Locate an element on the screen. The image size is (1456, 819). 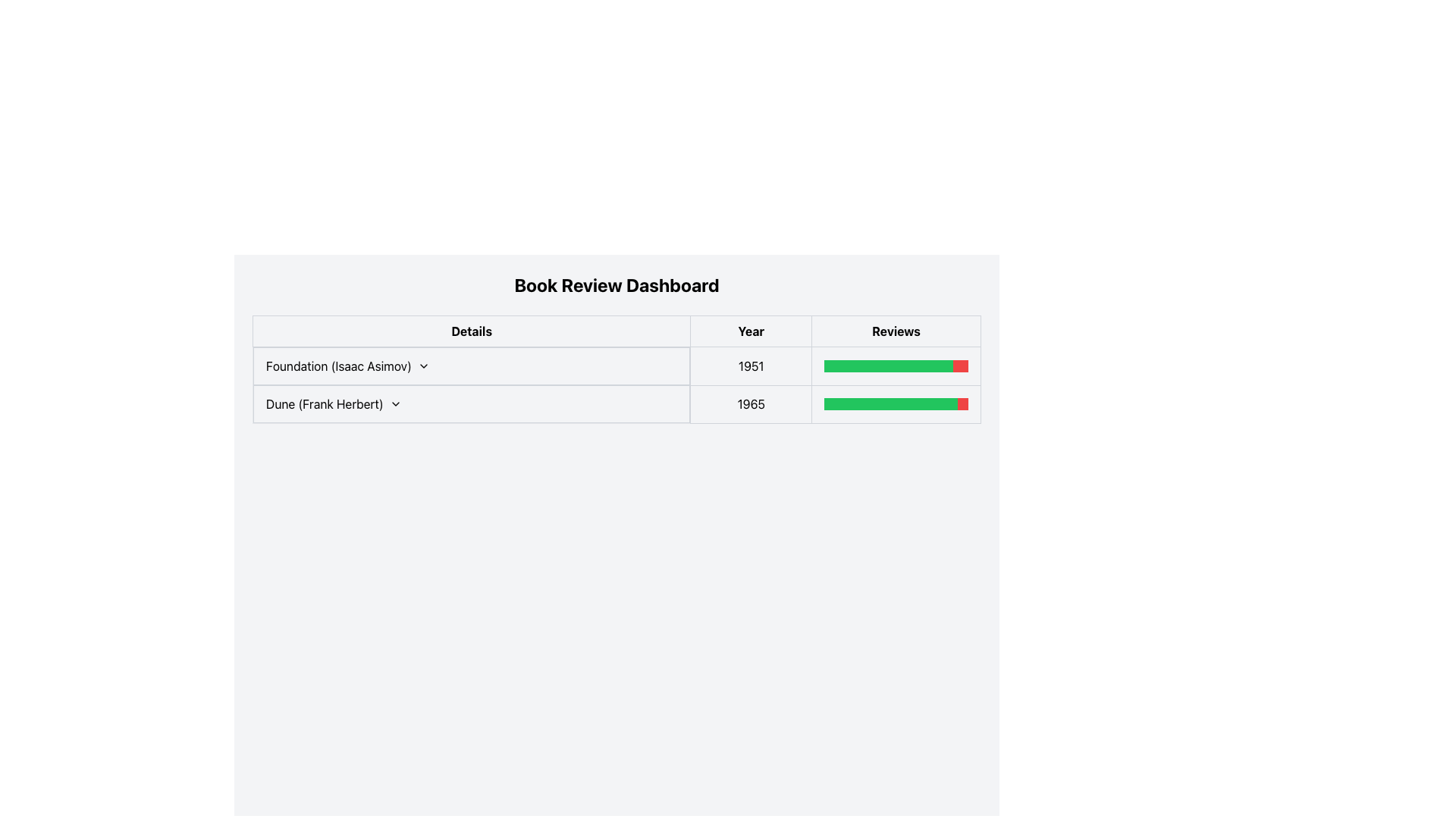
the progress bar in the 'Reviews' column for the book 'Dune (Frank Herbert)' (1965), which is styled with a larger green section and a smaller red section is located at coordinates (896, 403).